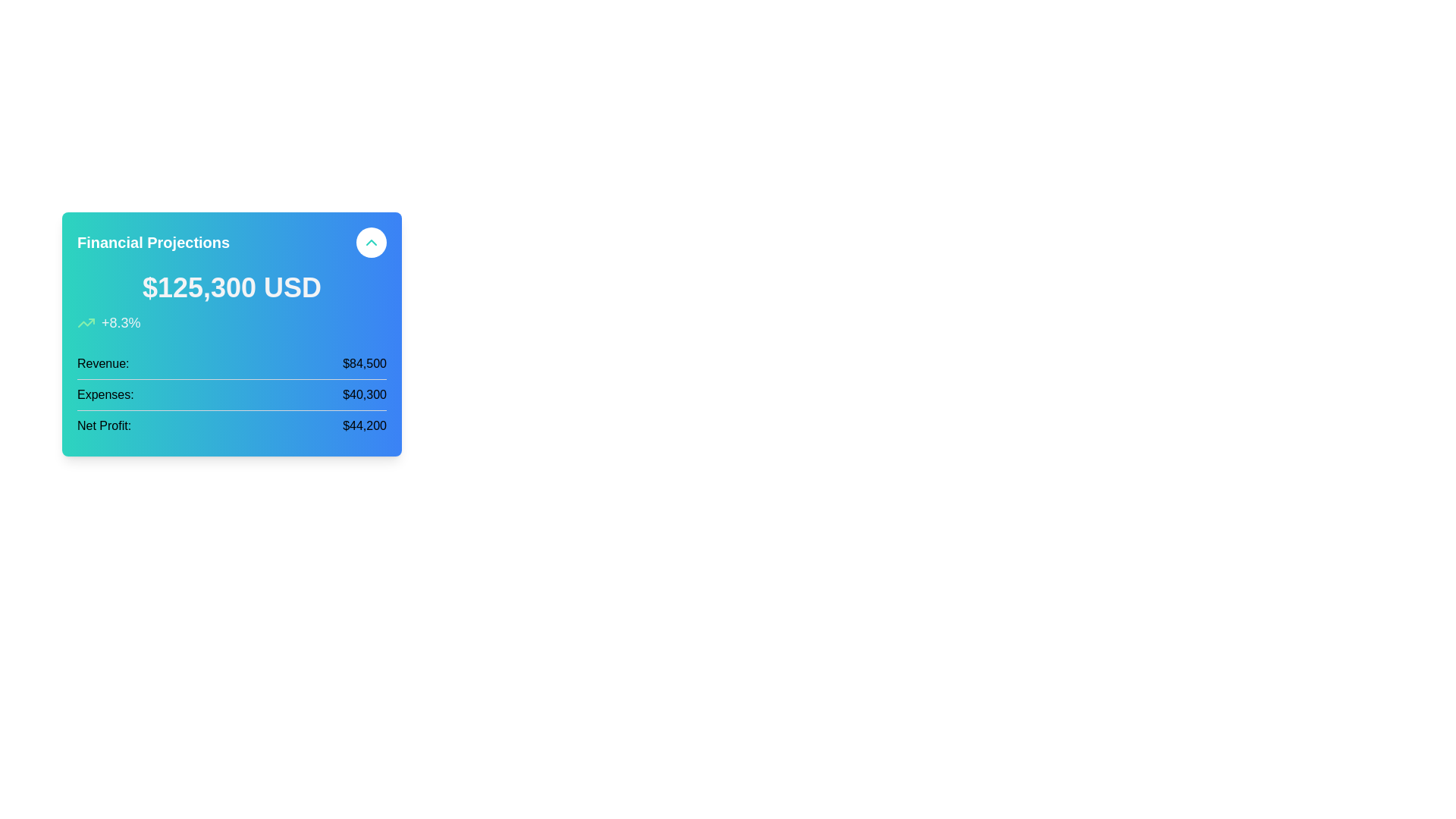  I want to click on revenue amount displayed in the Text label located on the right side of the 'Revenue:' label in the financial summary section, so click(365, 363).